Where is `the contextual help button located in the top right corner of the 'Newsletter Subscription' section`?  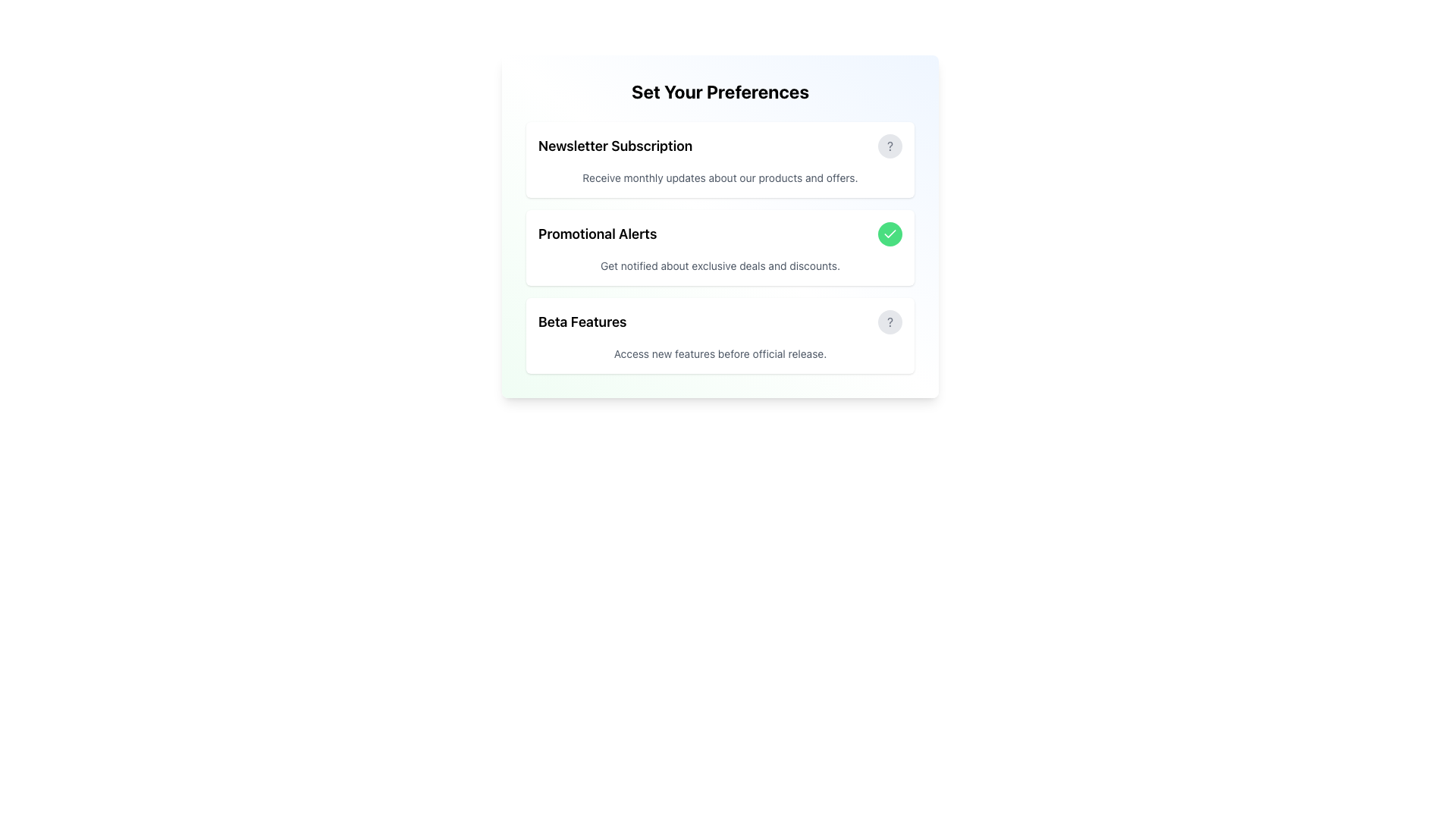
the contextual help button located in the top right corner of the 'Newsletter Subscription' section is located at coordinates (890, 146).